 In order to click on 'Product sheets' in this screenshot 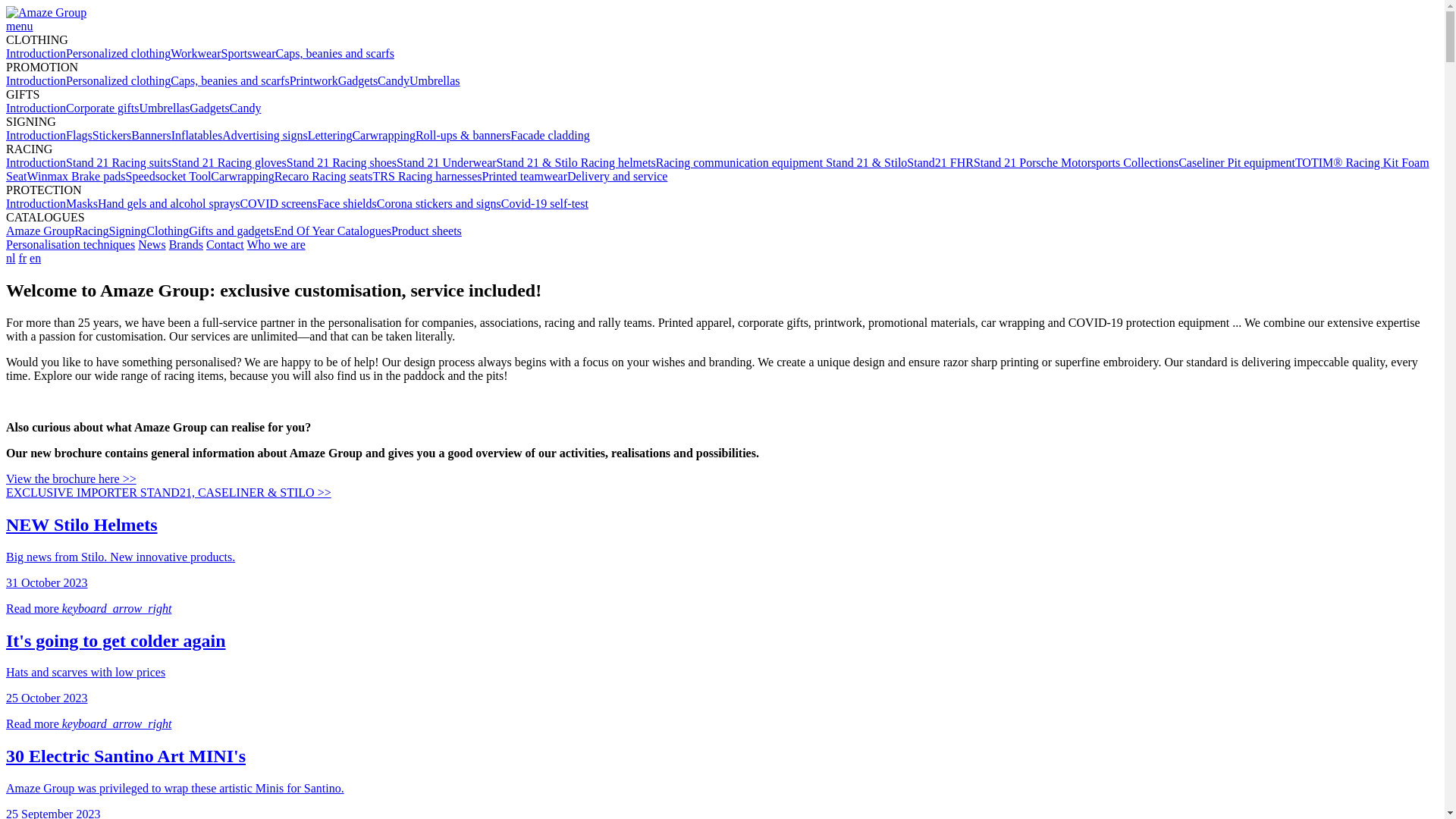, I will do `click(425, 231)`.